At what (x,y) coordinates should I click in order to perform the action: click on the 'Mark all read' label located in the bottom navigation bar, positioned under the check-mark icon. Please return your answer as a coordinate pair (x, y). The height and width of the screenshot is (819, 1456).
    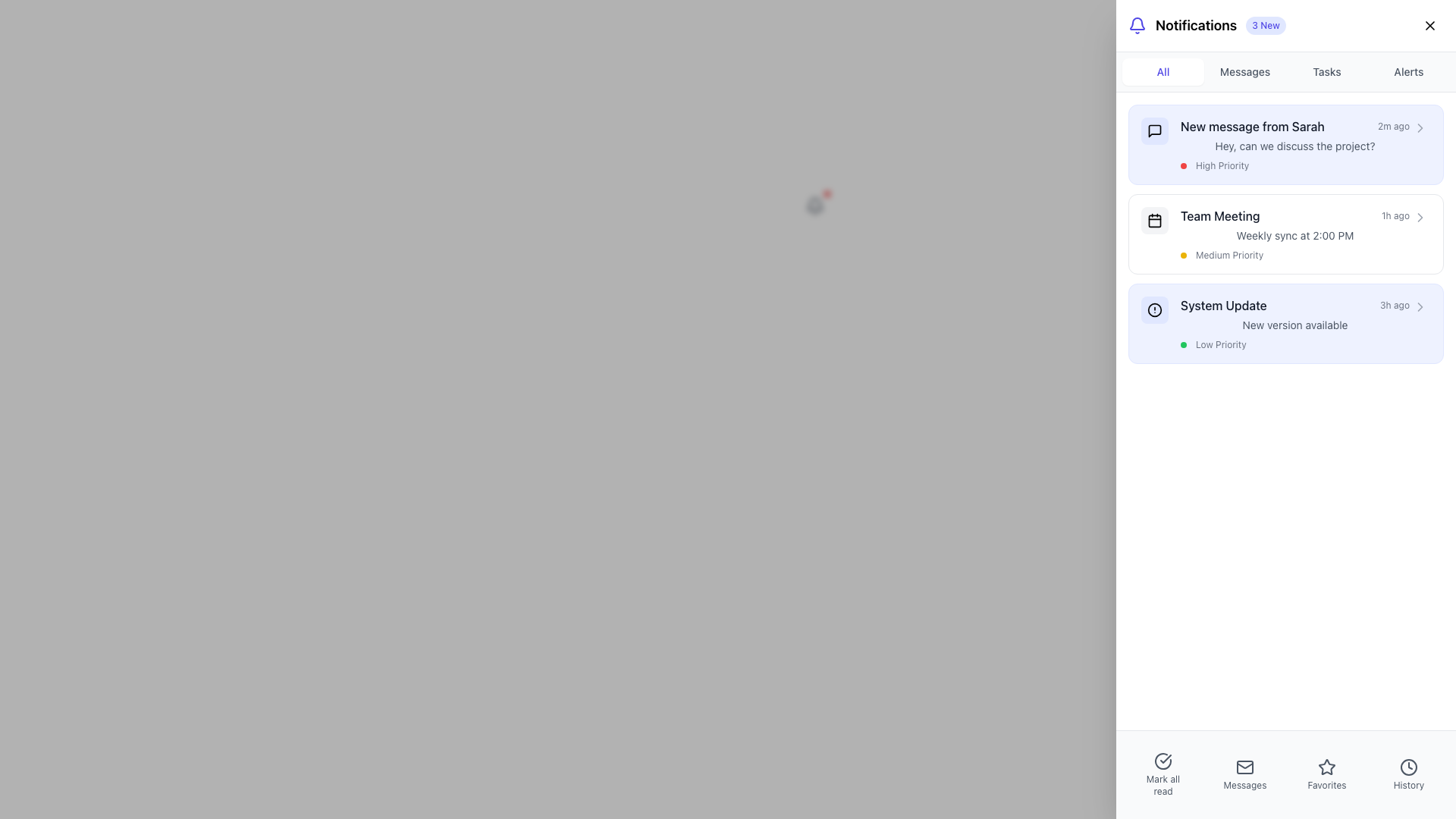
    Looking at the image, I should click on (1163, 785).